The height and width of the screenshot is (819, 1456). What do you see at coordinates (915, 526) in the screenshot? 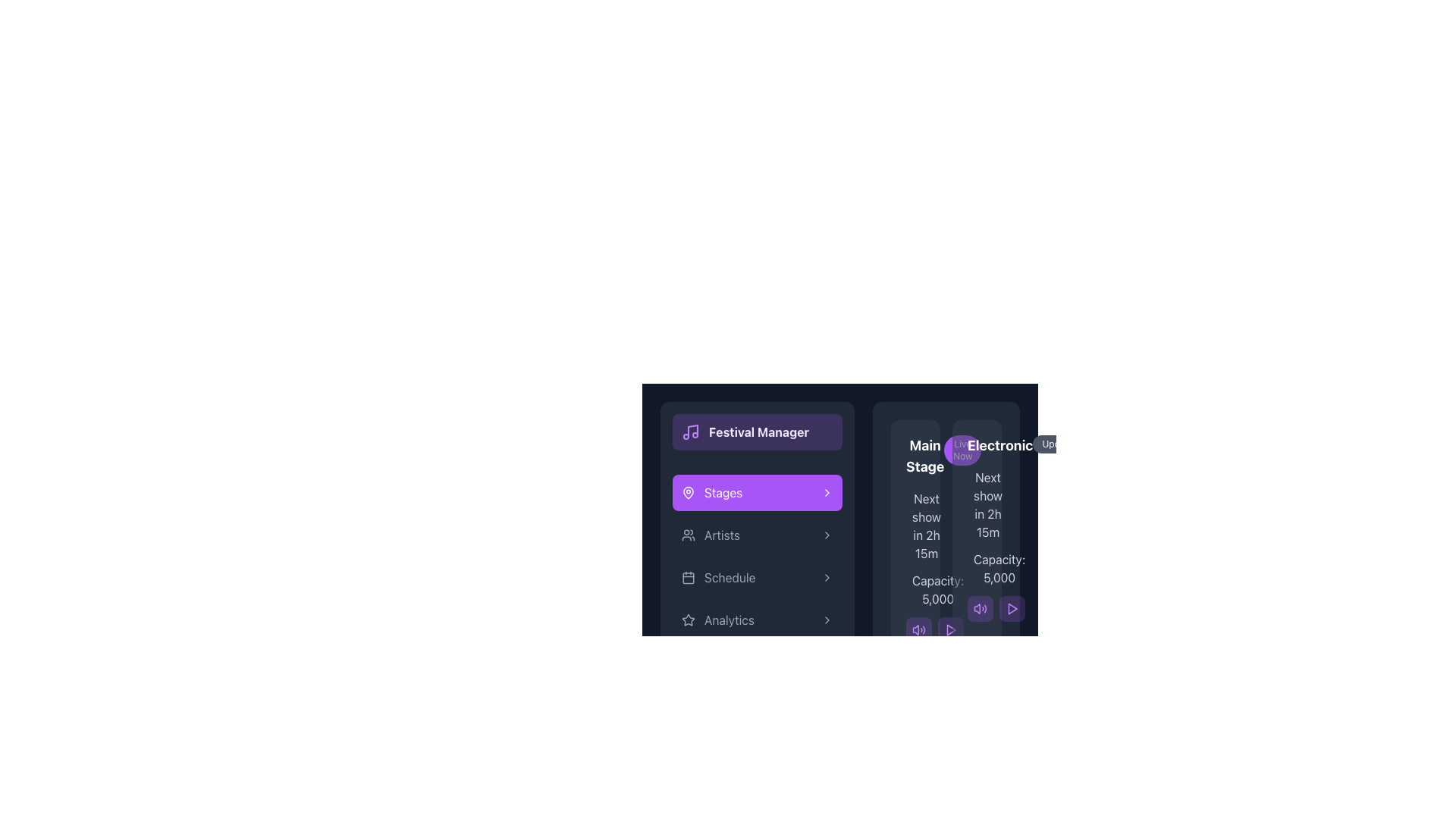
I see `the Text Label that displays the time remaining until the next show, located in the center-right section of the UI layout` at bounding box center [915, 526].